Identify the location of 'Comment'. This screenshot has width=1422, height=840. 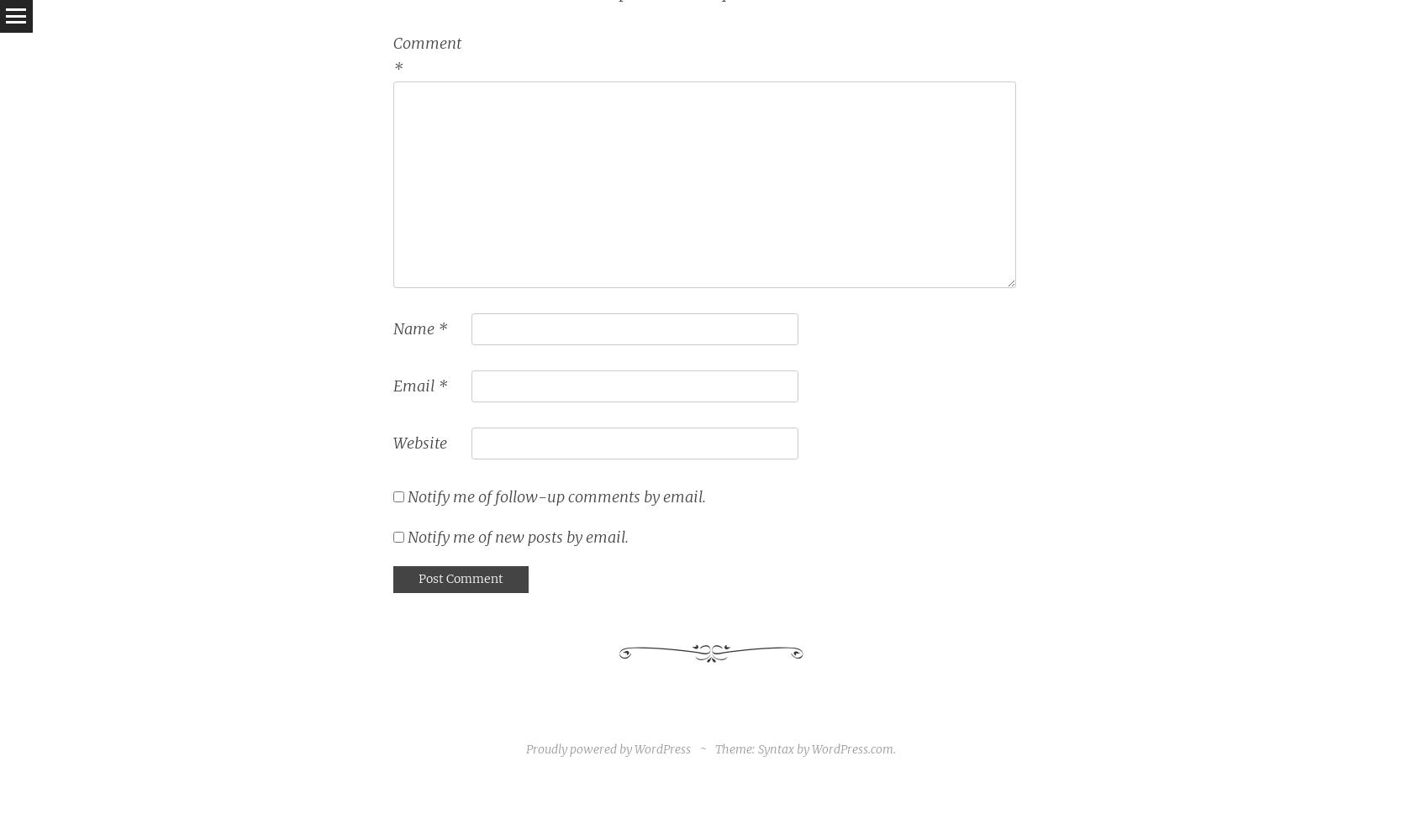
(426, 43).